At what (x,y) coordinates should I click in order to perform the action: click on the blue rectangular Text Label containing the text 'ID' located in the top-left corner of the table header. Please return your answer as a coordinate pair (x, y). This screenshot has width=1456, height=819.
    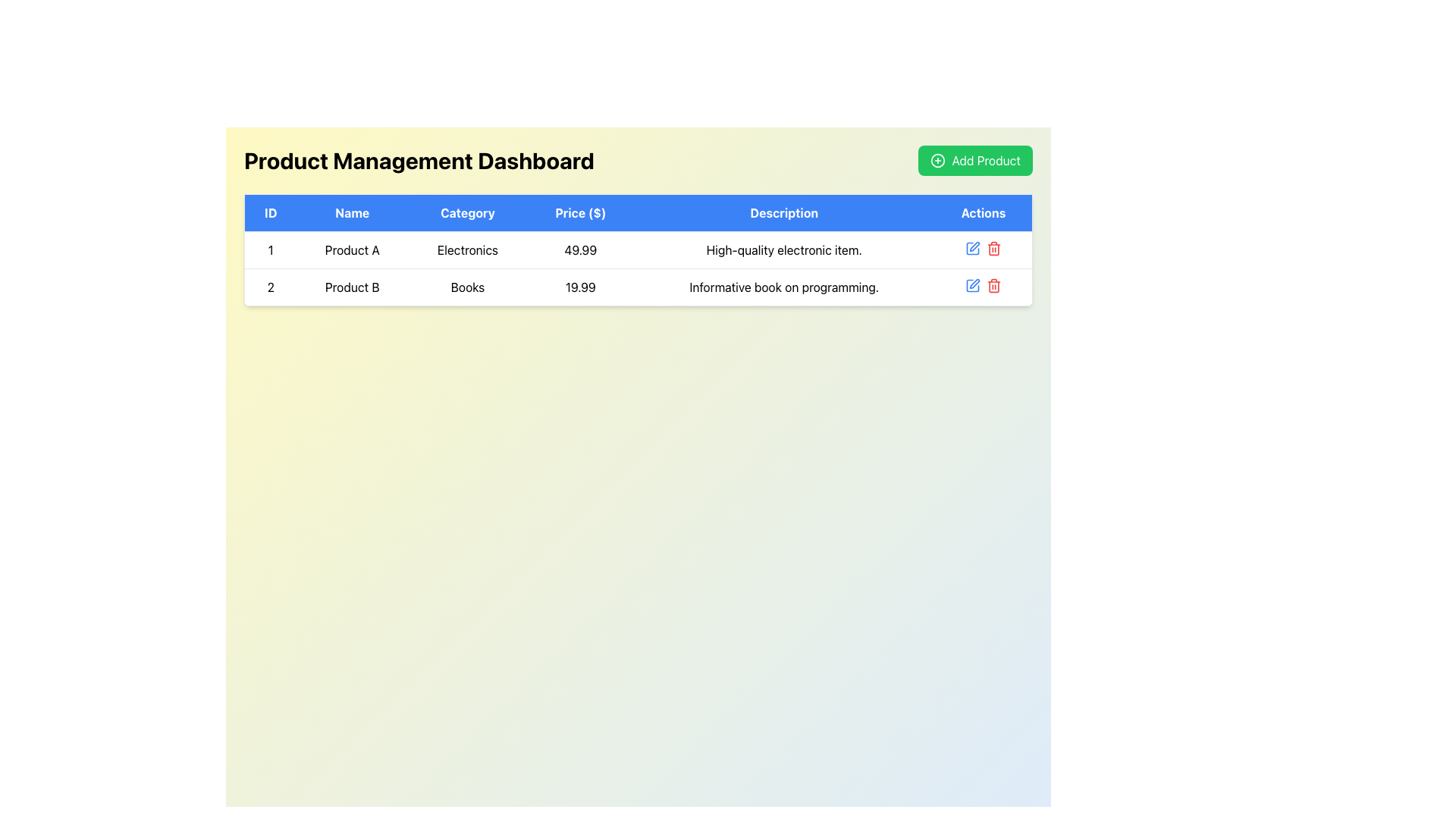
    Looking at the image, I should click on (270, 213).